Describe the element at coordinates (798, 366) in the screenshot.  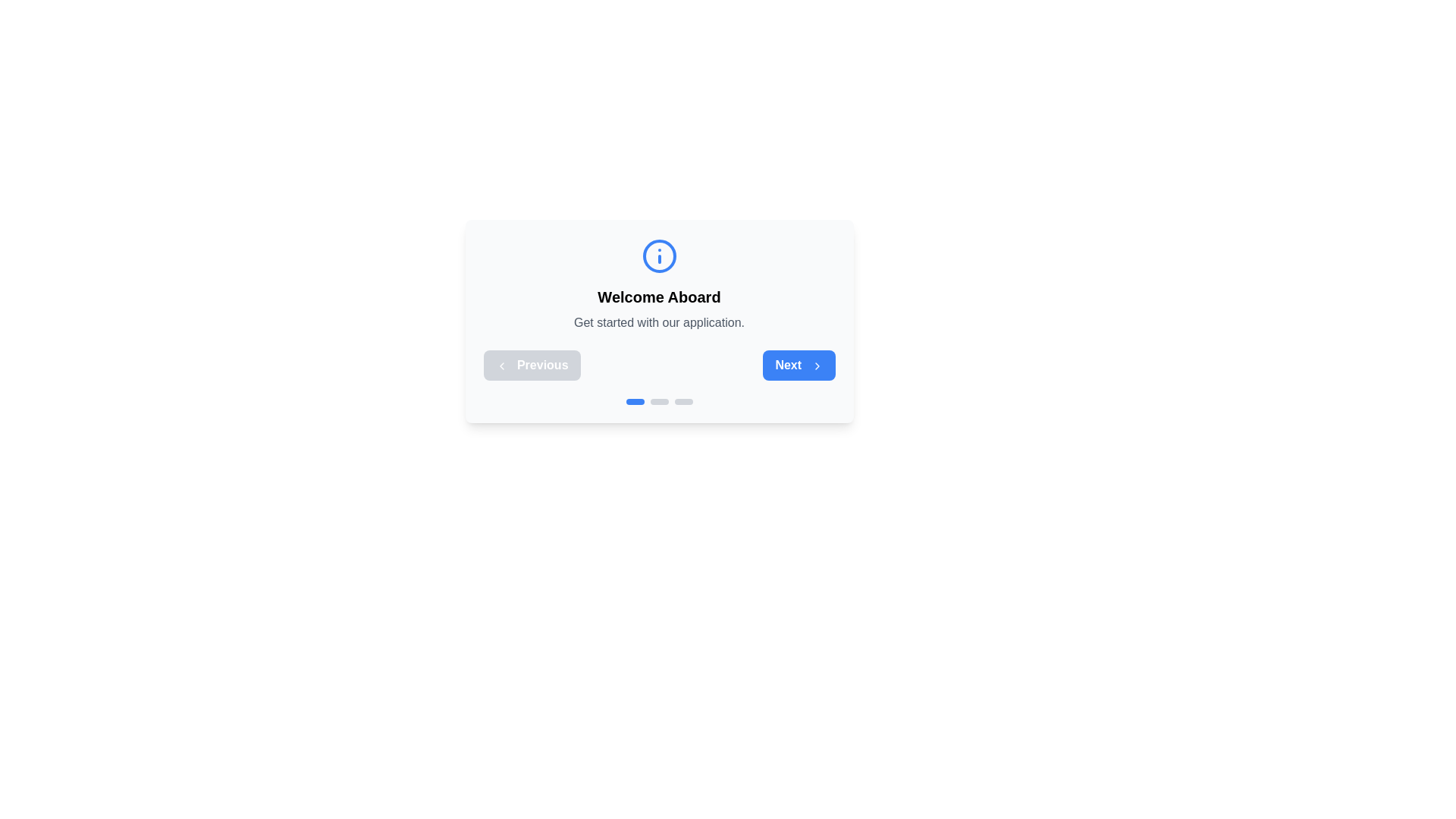
I see `the blue 'Next' button featuring bold white text and a right-pointing chevron icon` at that location.